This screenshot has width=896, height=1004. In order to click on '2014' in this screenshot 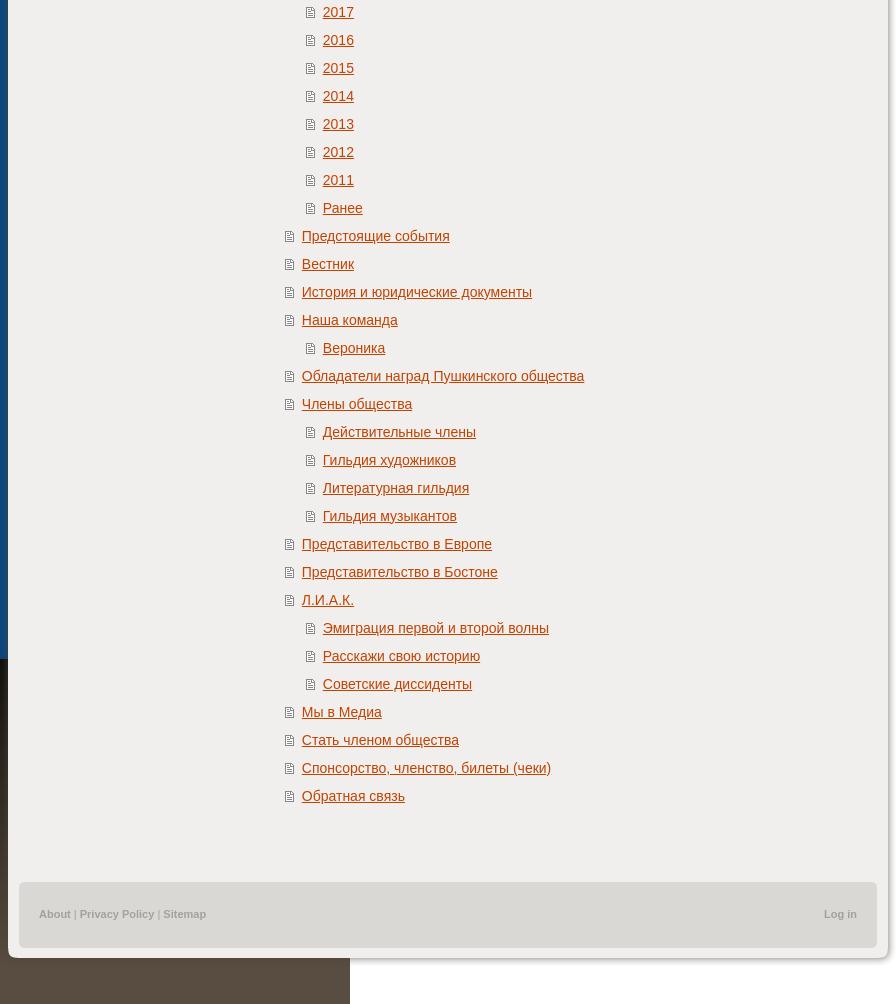, I will do `click(337, 94)`.